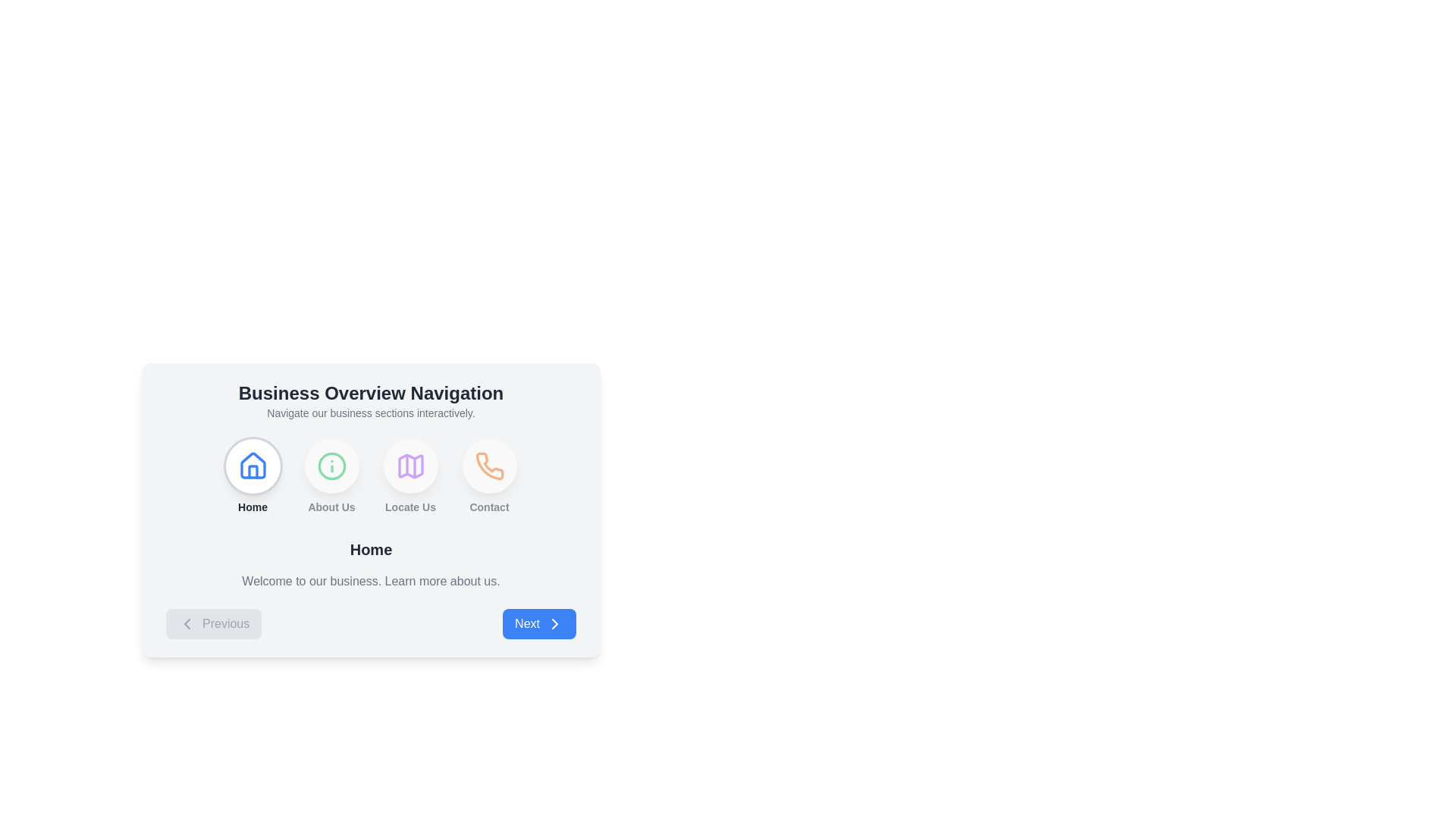  Describe the element at coordinates (489, 465) in the screenshot. I see `the rightmost Icon button labeled 'Contact' at the bottom-right corner of the 'Business Overview Navigation' card` at that location.